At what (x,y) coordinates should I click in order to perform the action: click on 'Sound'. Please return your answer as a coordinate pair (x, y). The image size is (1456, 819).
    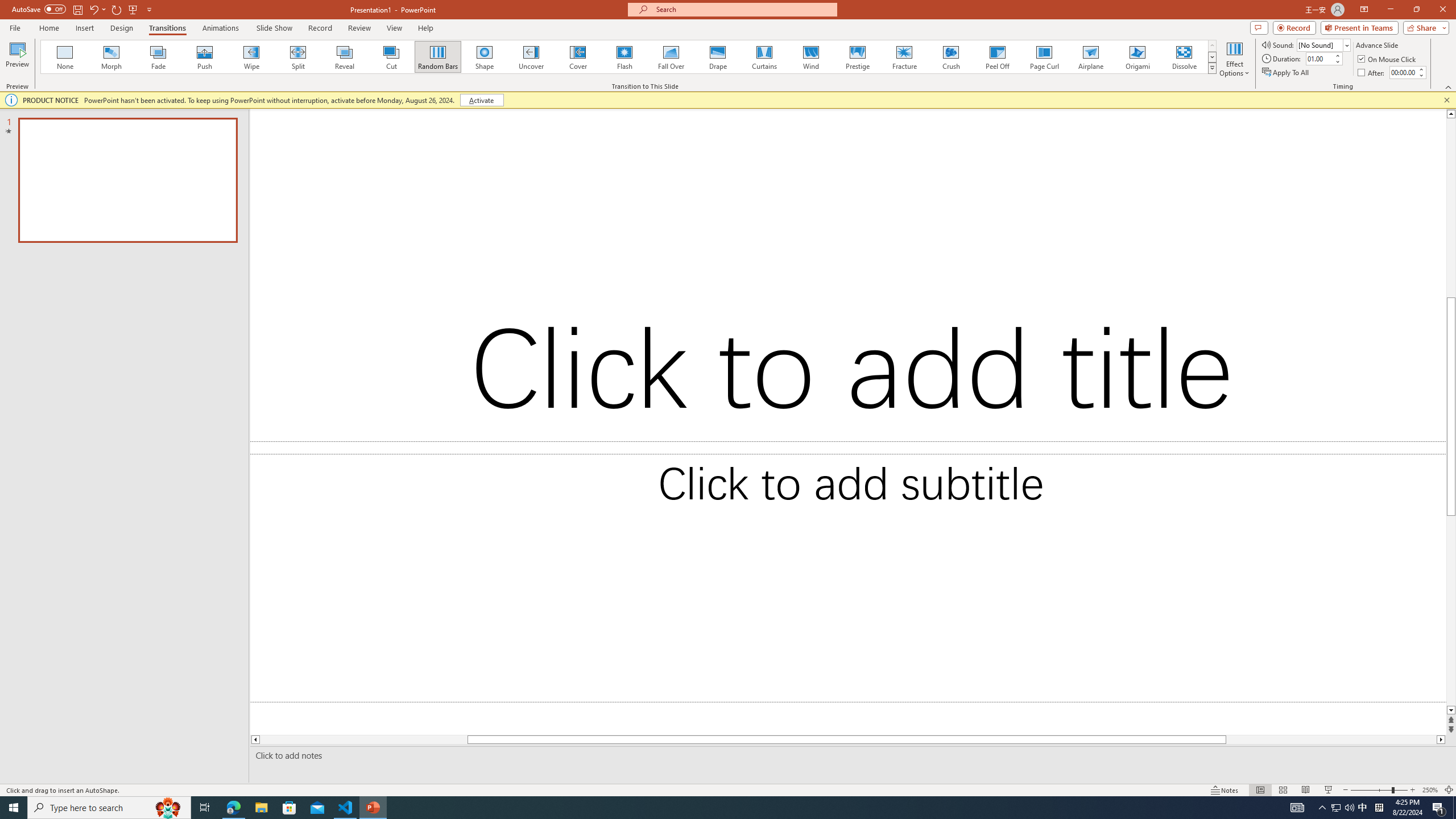
    Looking at the image, I should click on (1323, 44).